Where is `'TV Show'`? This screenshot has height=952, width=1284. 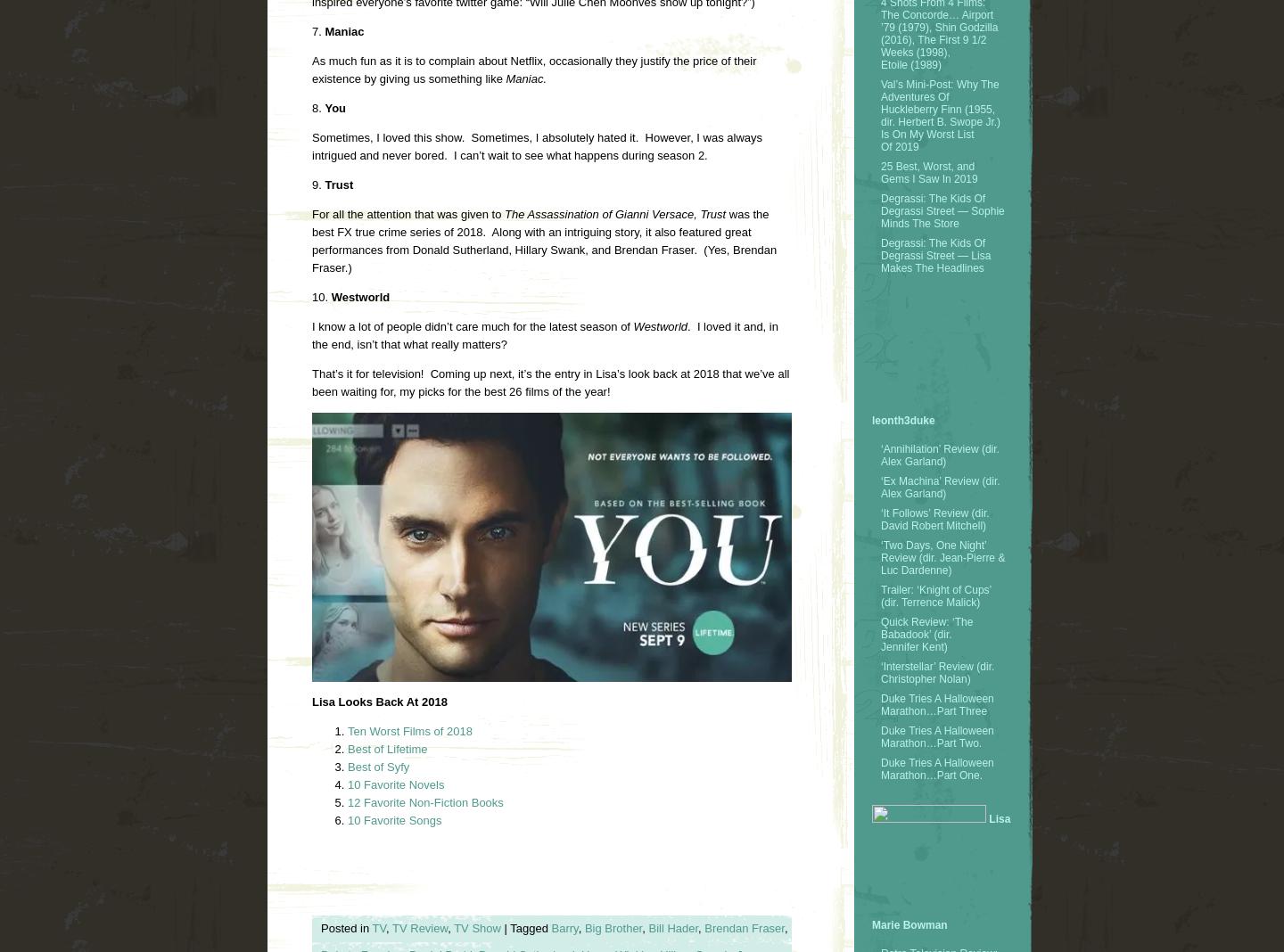 'TV Show' is located at coordinates (475, 928).